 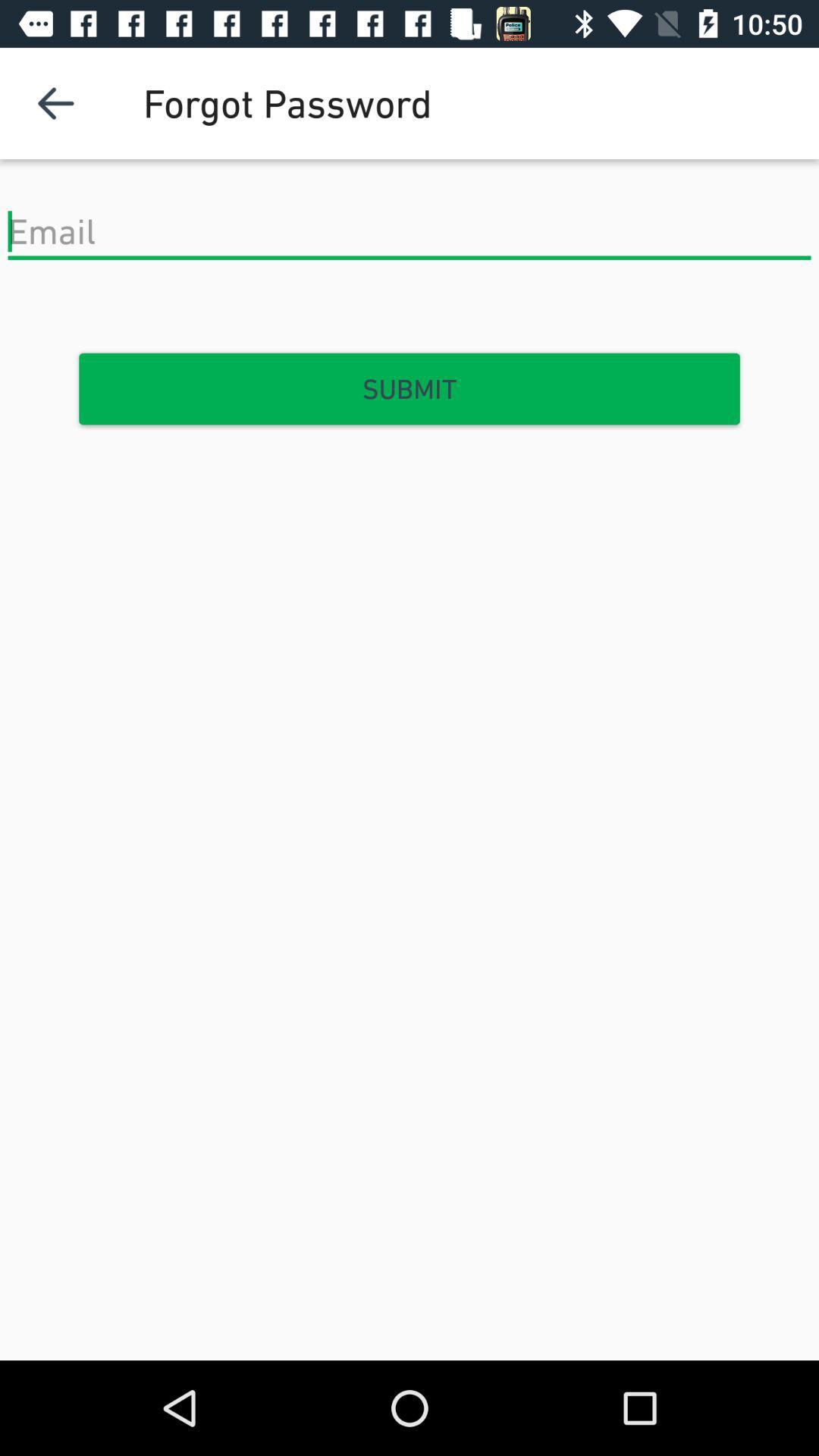 What do you see at coordinates (55, 102) in the screenshot?
I see `the item at the top left corner` at bounding box center [55, 102].